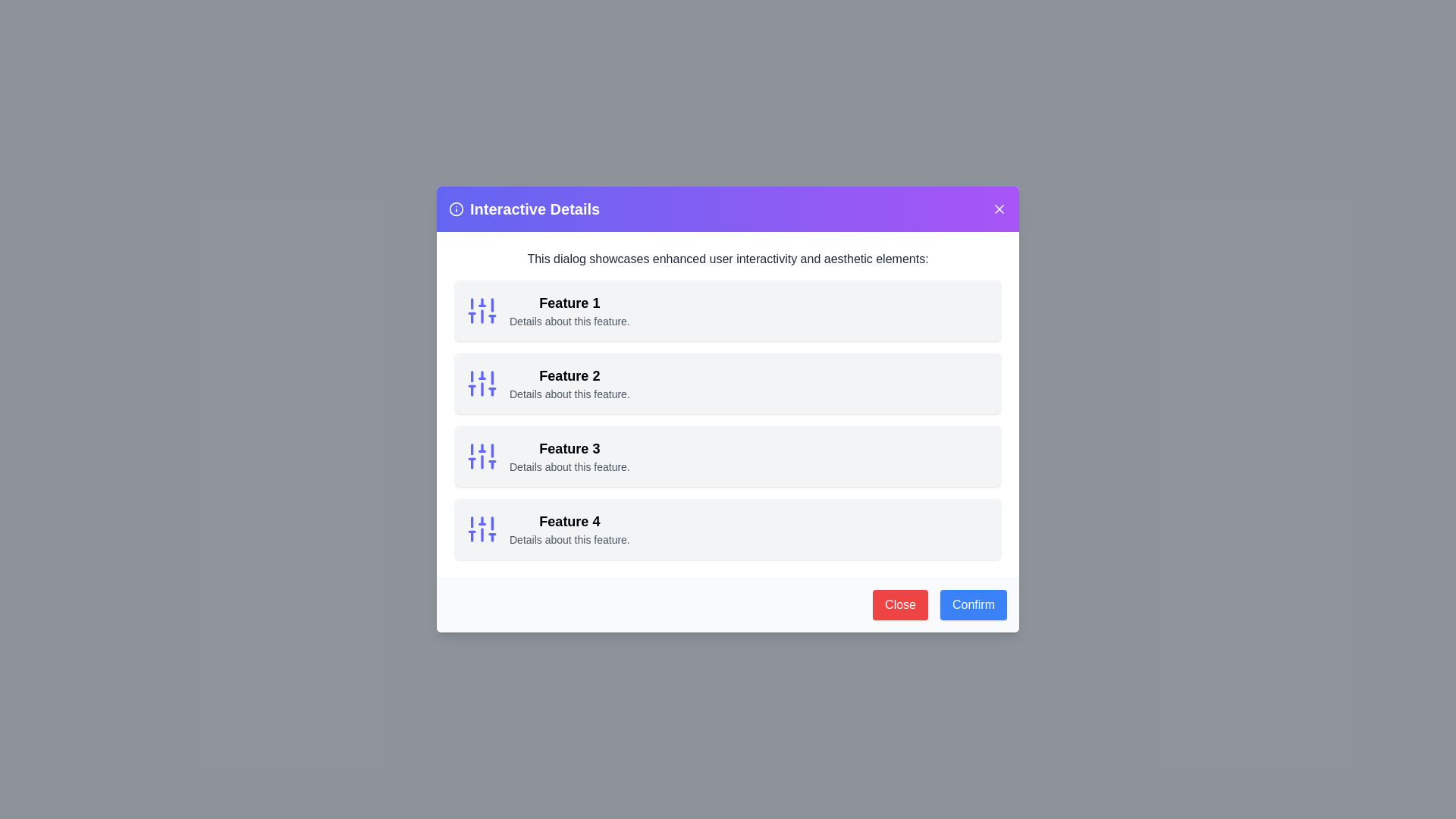 This screenshot has width=1456, height=819. What do you see at coordinates (973, 604) in the screenshot?
I see `the 'Confirm' button in the footer of the dialog` at bounding box center [973, 604].